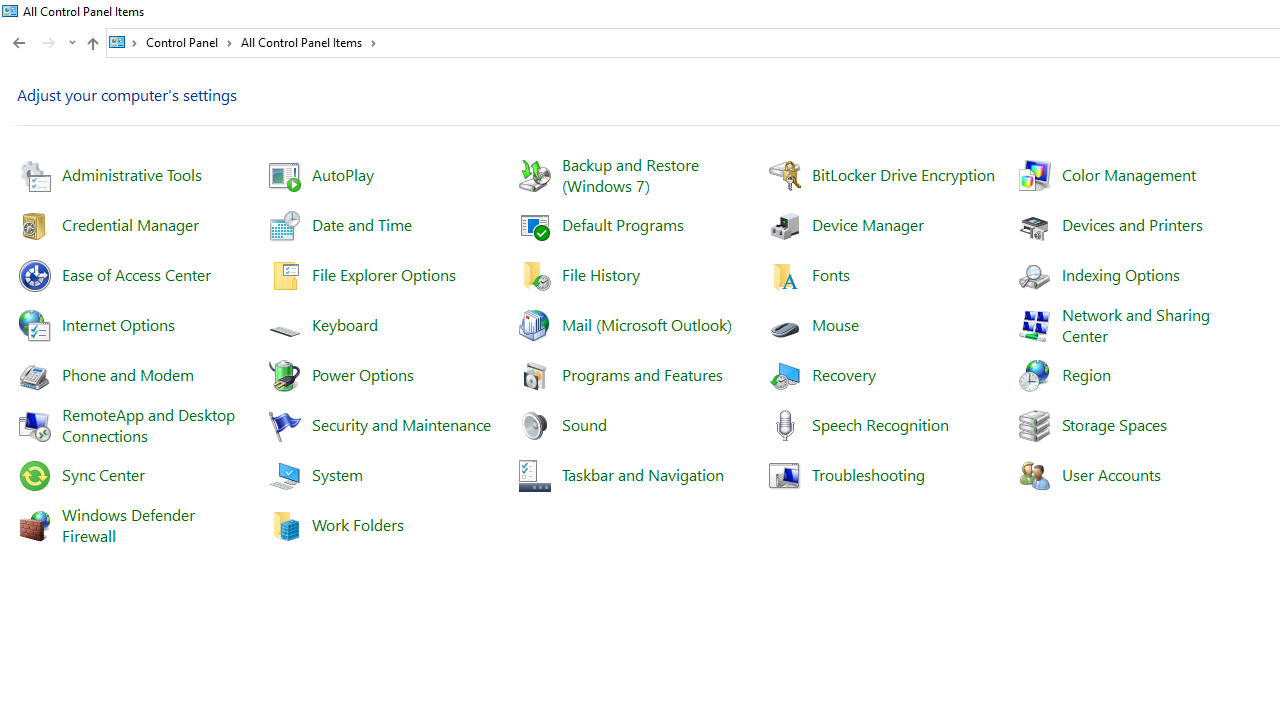 This screenshot has height=720, width=1280. What do you see at coordinates (400, 423) in the screenshot?
I see `'Security and Maintenance'` at bounding box center [400, 423].